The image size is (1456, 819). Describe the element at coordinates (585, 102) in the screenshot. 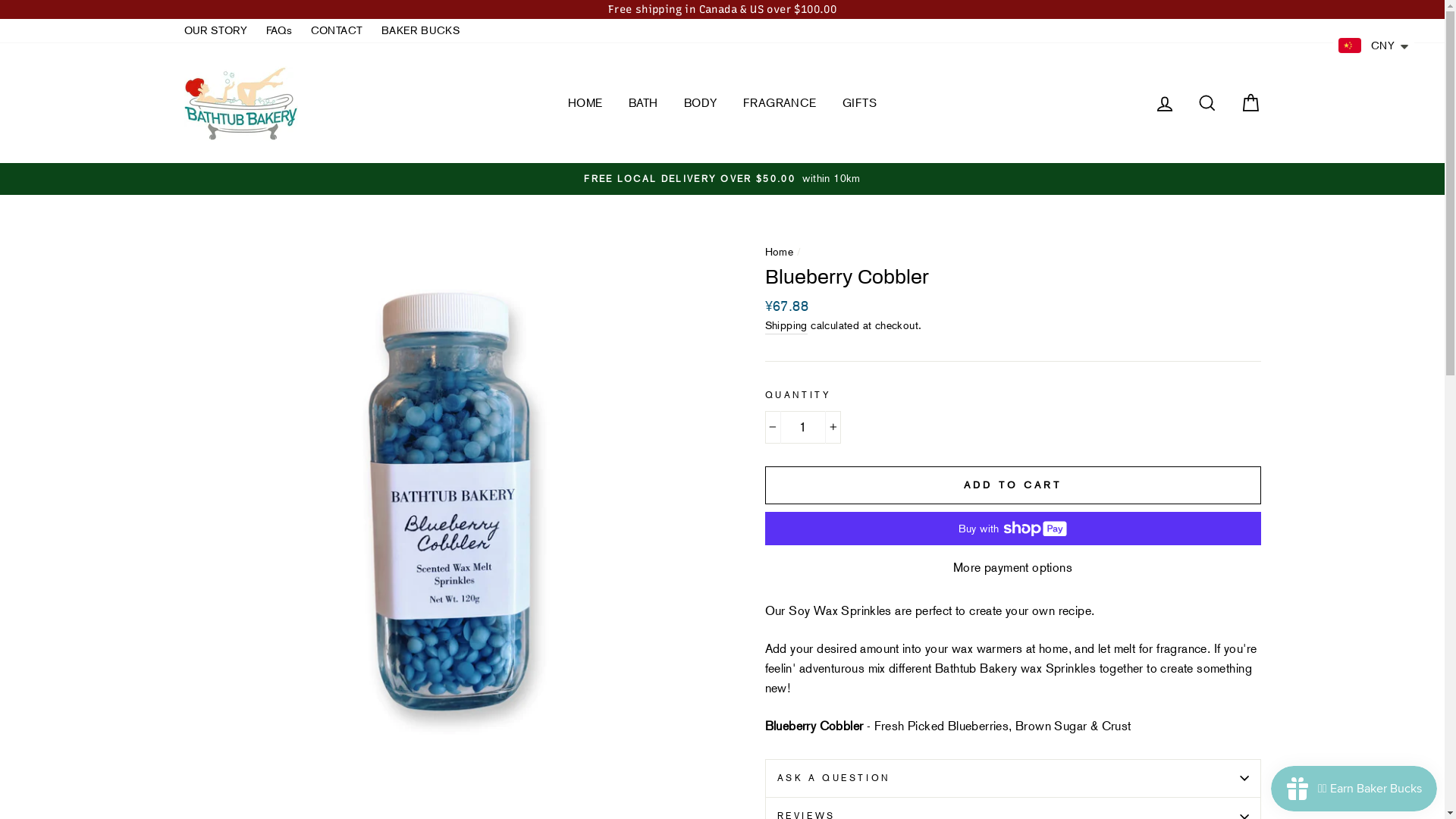

I see `'HOME'` at that location.